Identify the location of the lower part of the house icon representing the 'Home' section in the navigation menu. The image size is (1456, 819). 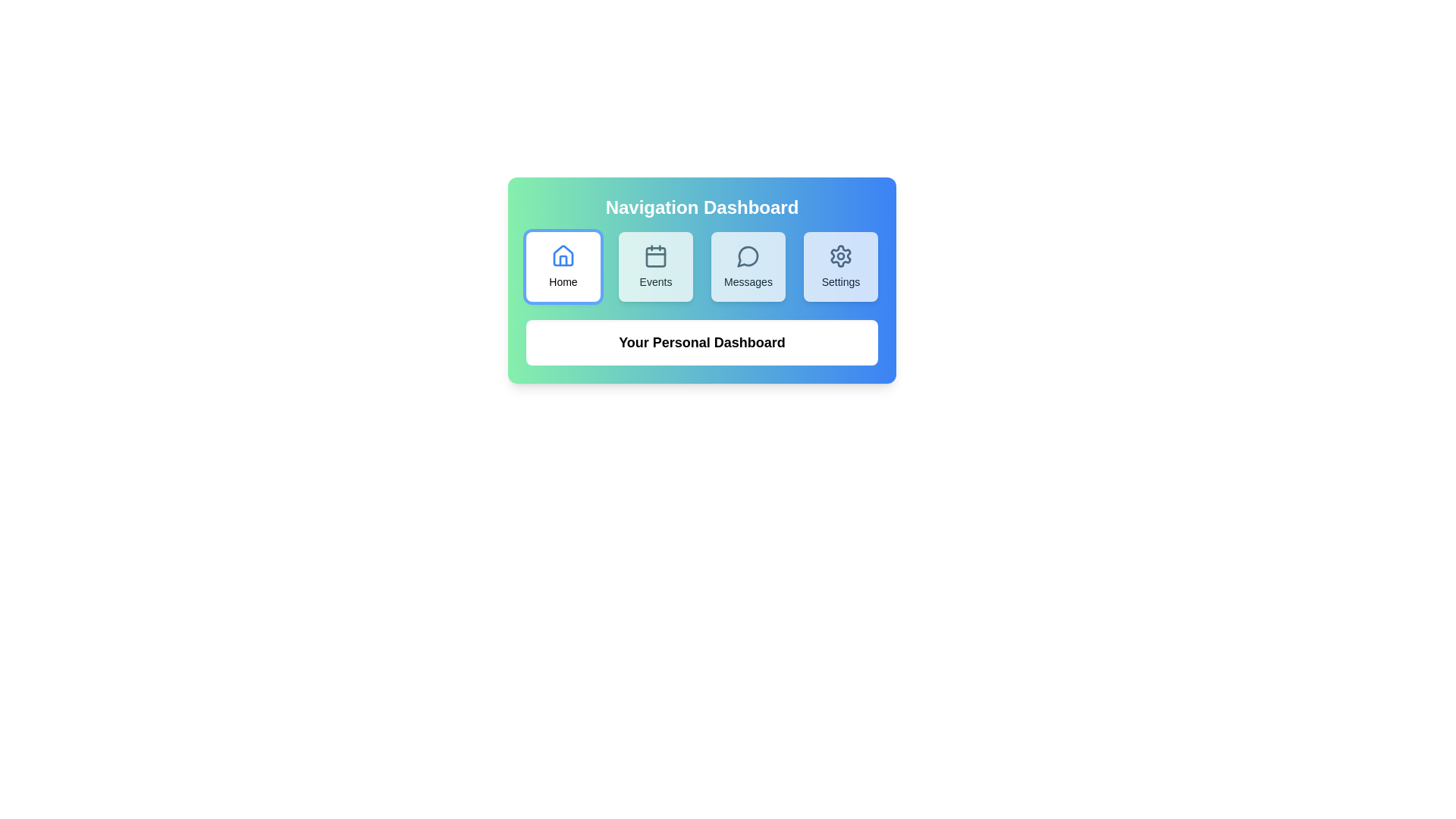
(563, 259).